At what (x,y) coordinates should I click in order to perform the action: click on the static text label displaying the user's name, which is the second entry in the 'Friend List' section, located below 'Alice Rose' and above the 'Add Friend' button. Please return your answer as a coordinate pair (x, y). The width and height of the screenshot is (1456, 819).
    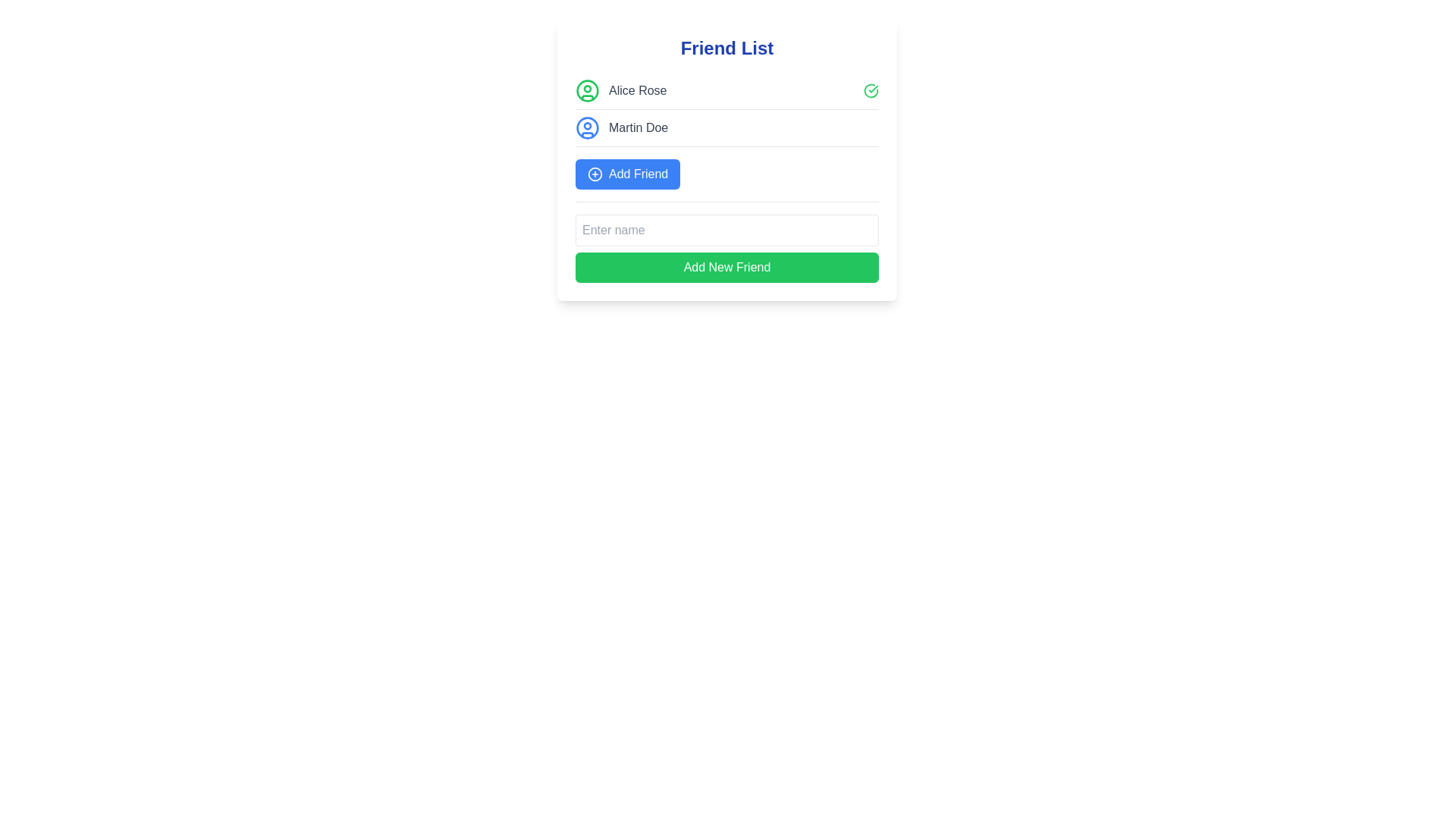
    Looking at the image, I should click on (639, 127).